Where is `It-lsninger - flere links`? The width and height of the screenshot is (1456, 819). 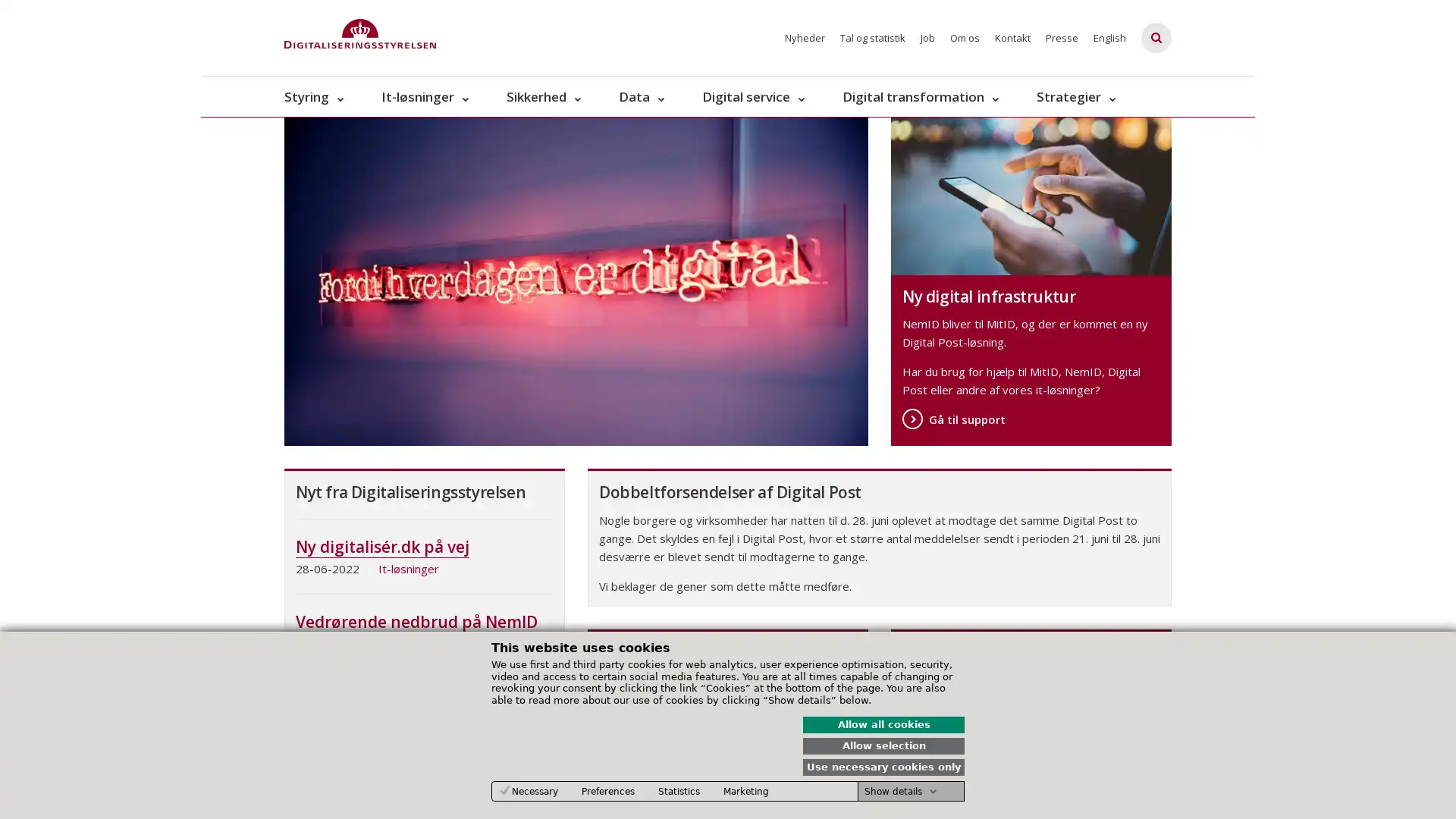
It-lsninger - flere links is located at coordinates (464, 97).